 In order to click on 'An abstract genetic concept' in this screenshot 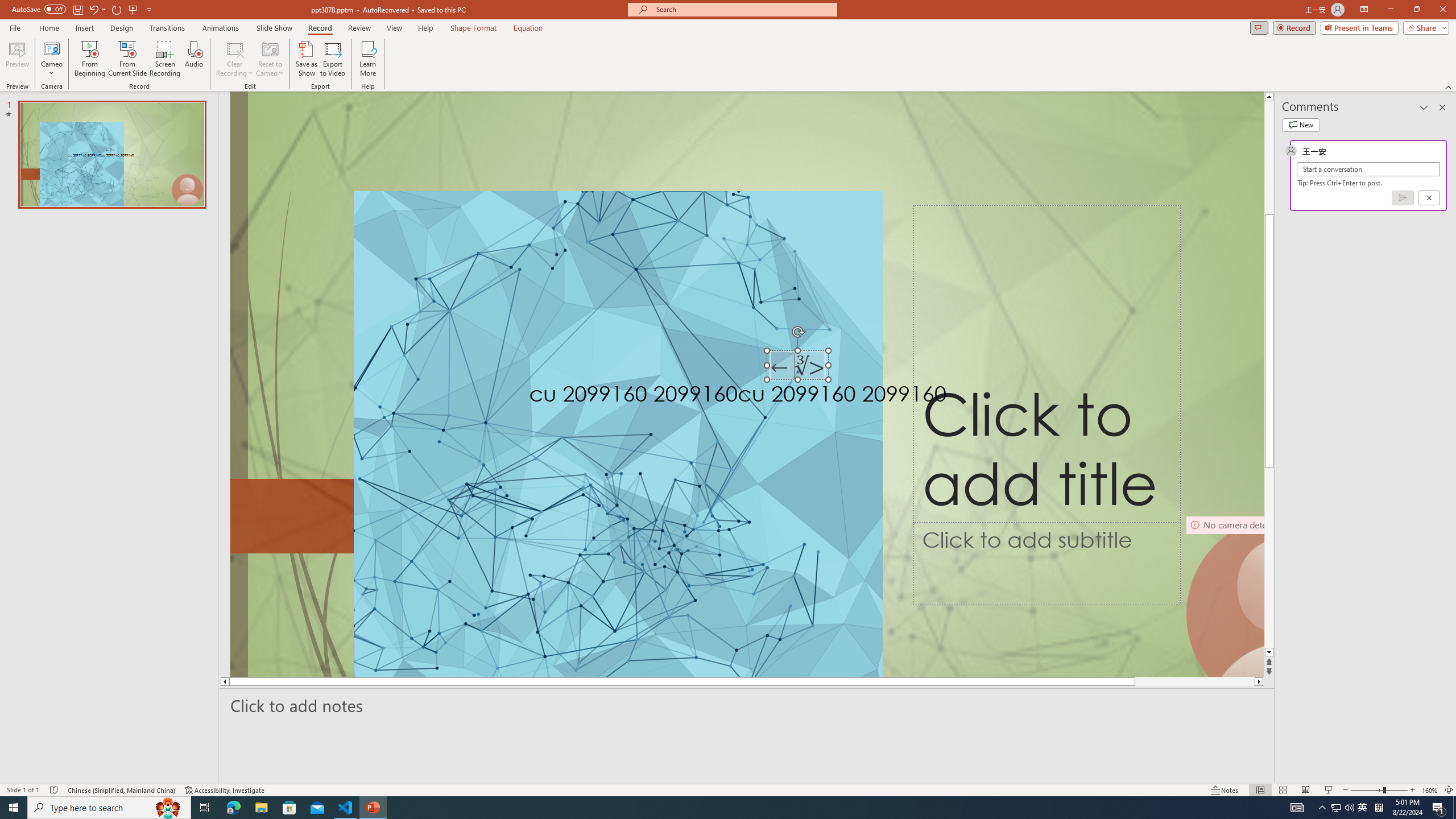, I will do `click(746, 383)`.